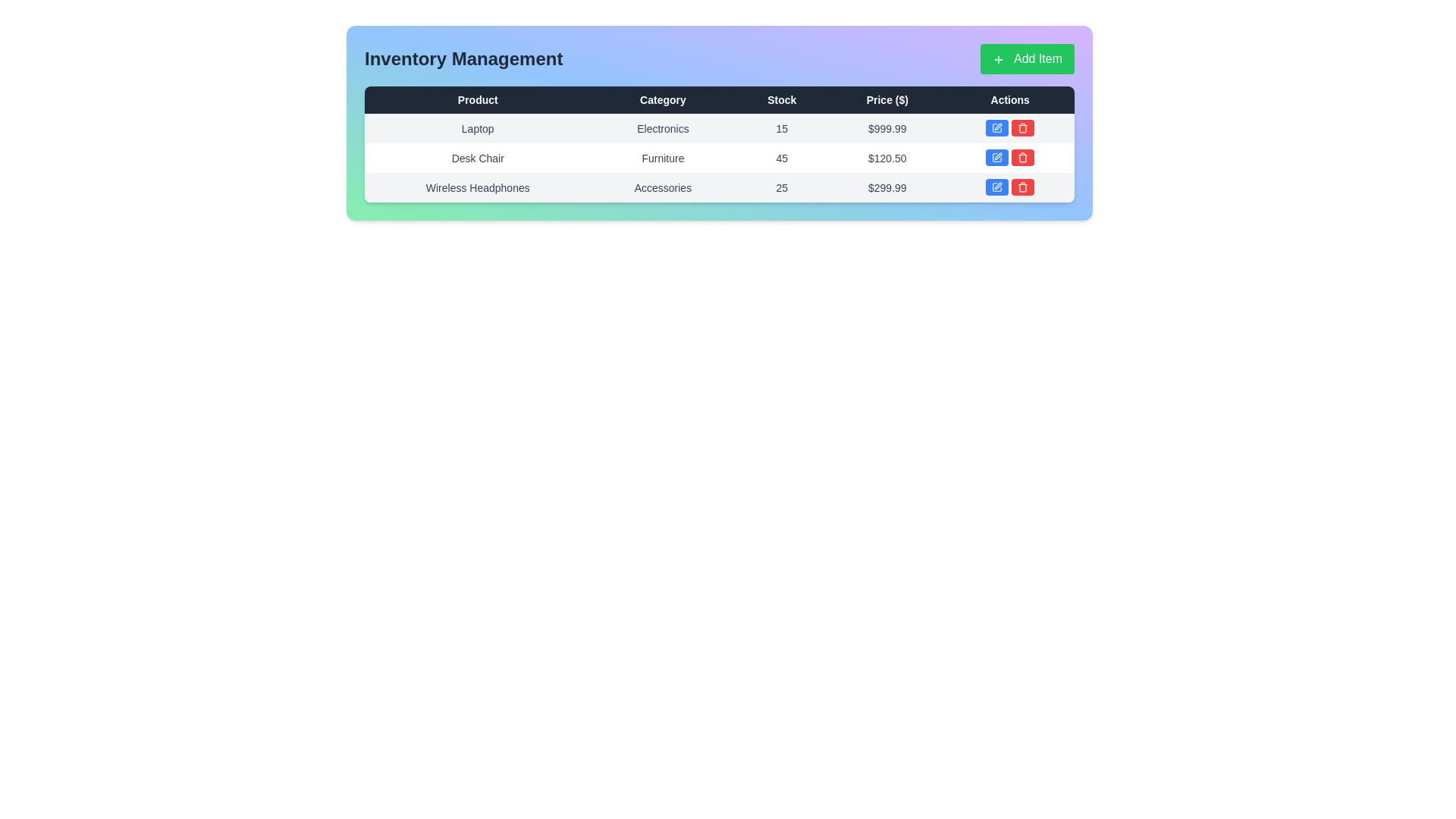 This screenshot has height=819, width=1456. What do you see at coordinates (1023, 186) in the screenshot?
I see `the red trash bin icon button located under the 'Actions' column in the last row of the table, aligned with the 'Wireless Headphones' product` at bounding box center [1023, 186].